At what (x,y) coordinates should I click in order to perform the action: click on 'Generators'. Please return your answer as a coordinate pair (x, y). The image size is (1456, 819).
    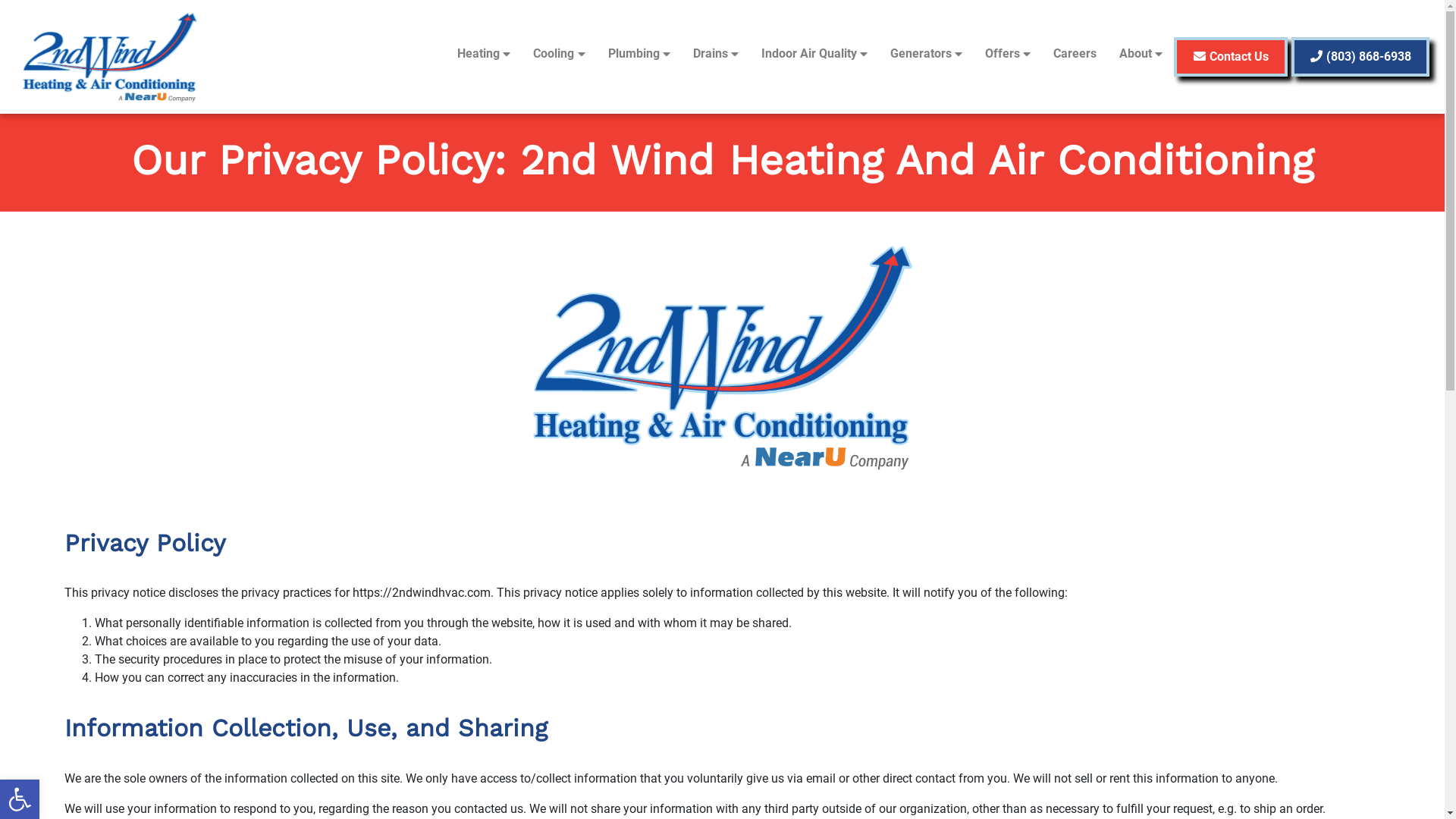
    Looking at the image, I should click on (925, 52).